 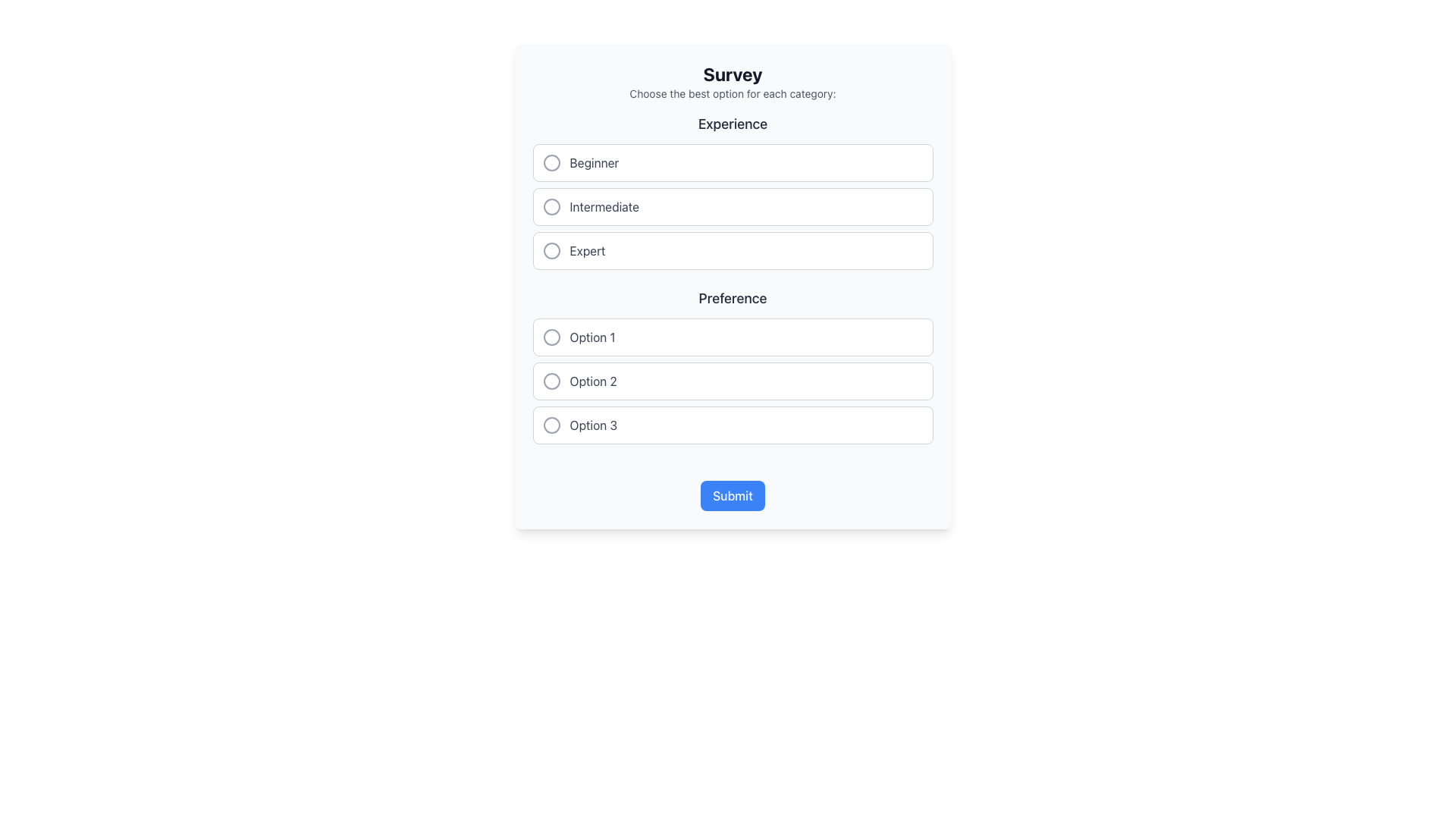 I want to click on the 'Beginner' radio button, so click(x=551, y=163).